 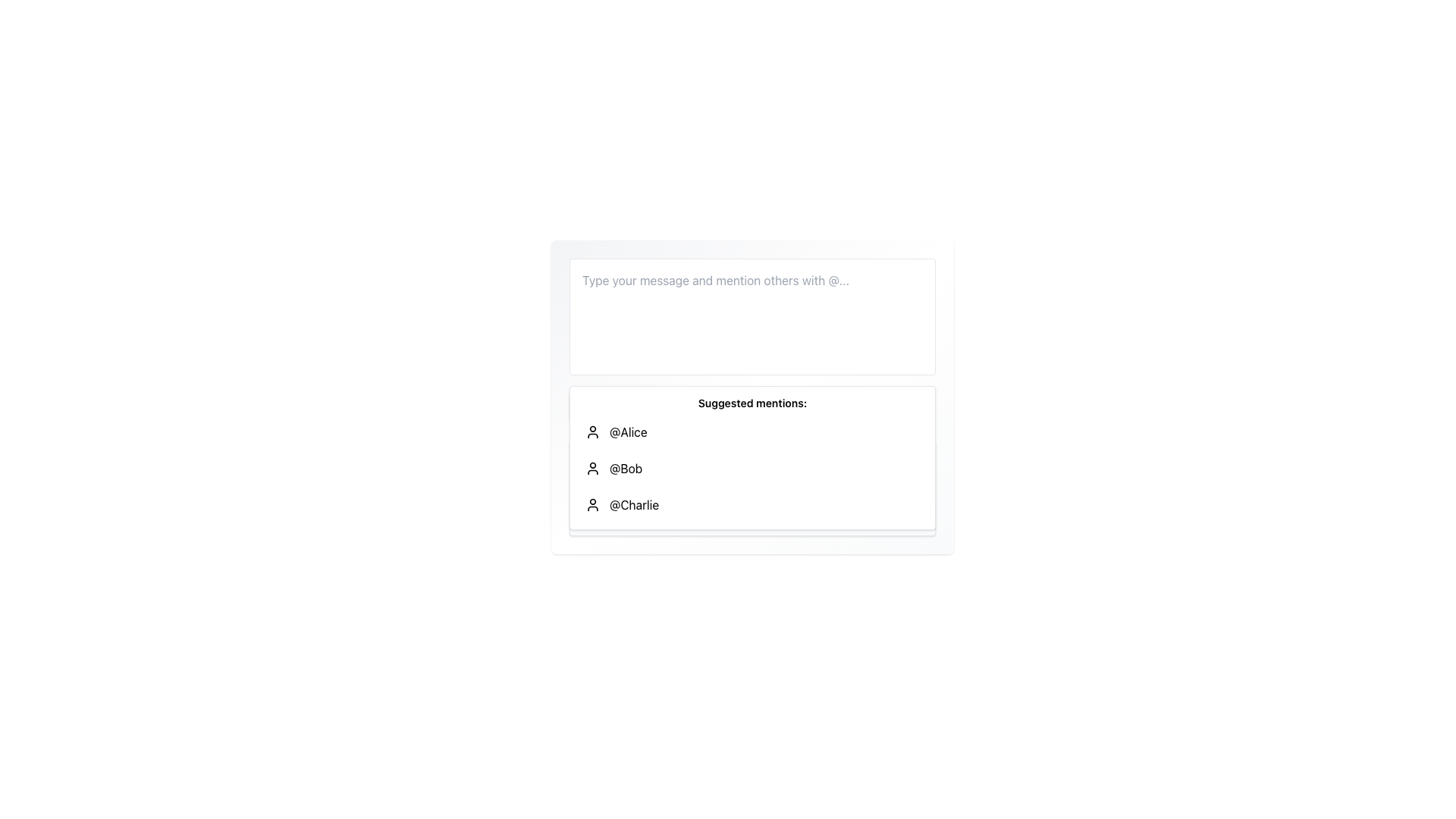 What do you see at coordinates (592, 467) in the screenshot?
I see `the user icon represented as a simplistic human figure with a circular head and a torso outline, which is positioned to the left of the '@Bob' mention in the suggested mentions dropdown for potential interaction` at bounding box center [592, 467].